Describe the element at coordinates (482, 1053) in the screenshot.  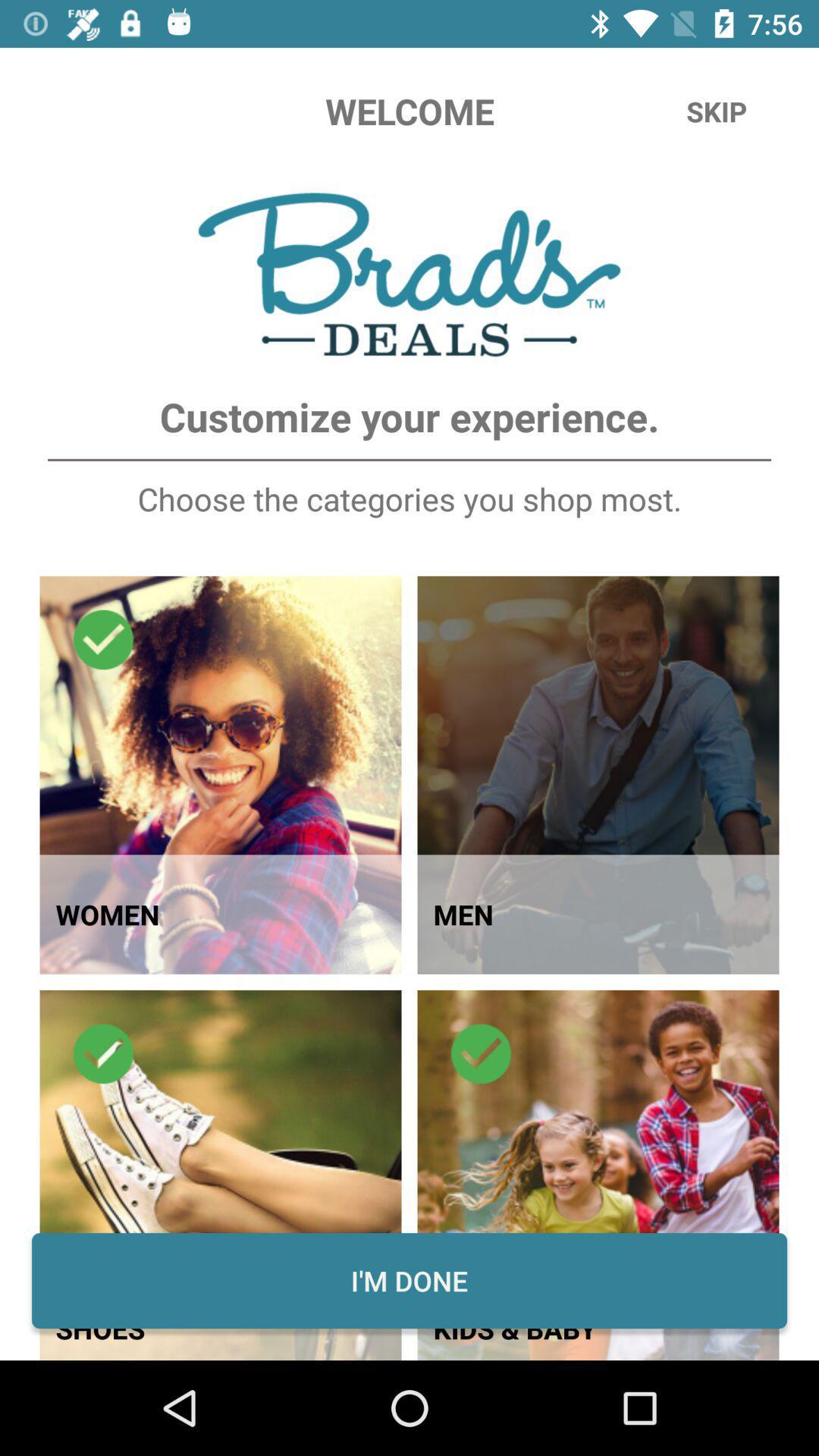
I see `the icon at the top of second image in second row` at that location.